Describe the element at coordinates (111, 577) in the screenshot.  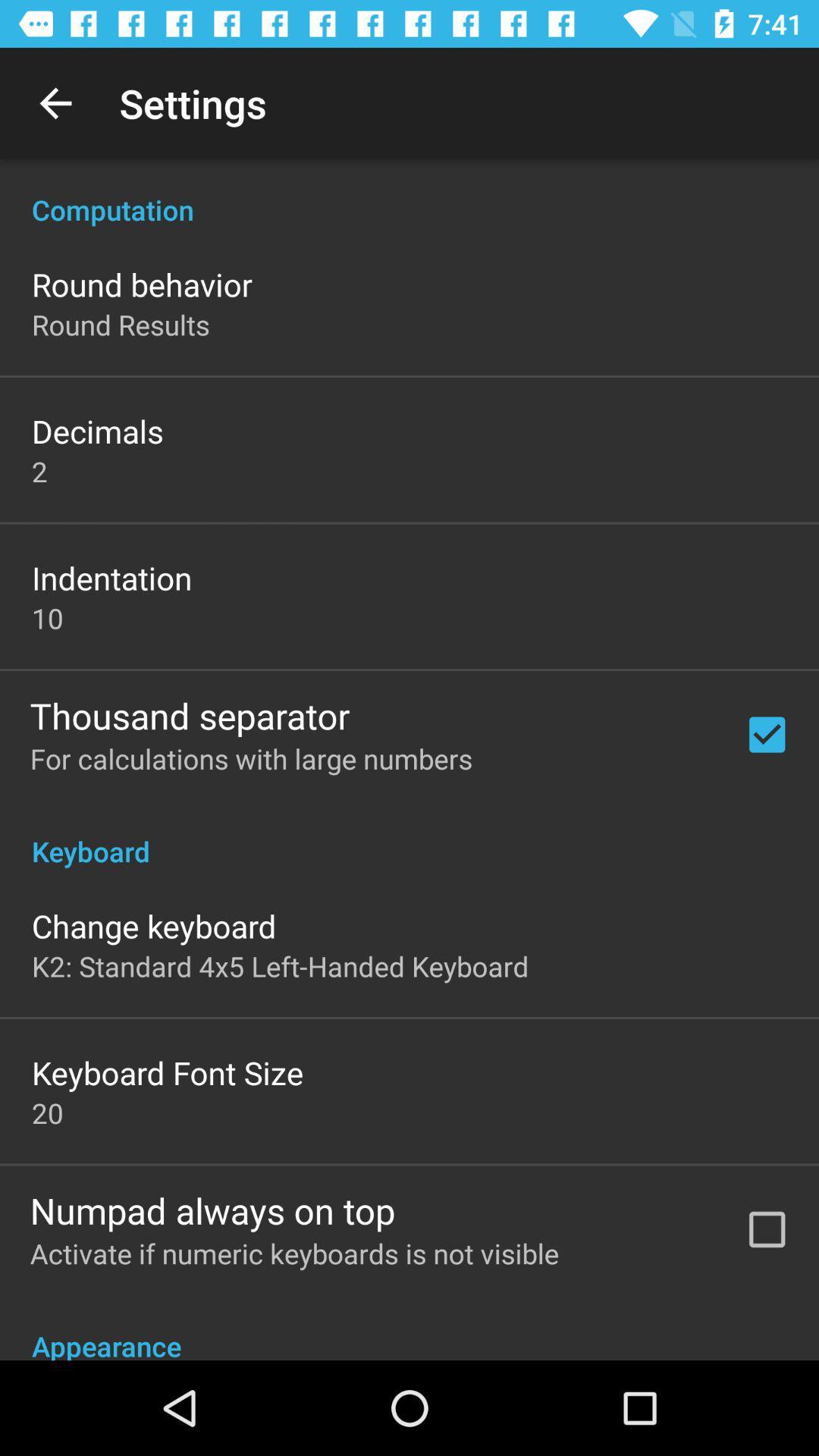
I see `the indentation icon` at that location.